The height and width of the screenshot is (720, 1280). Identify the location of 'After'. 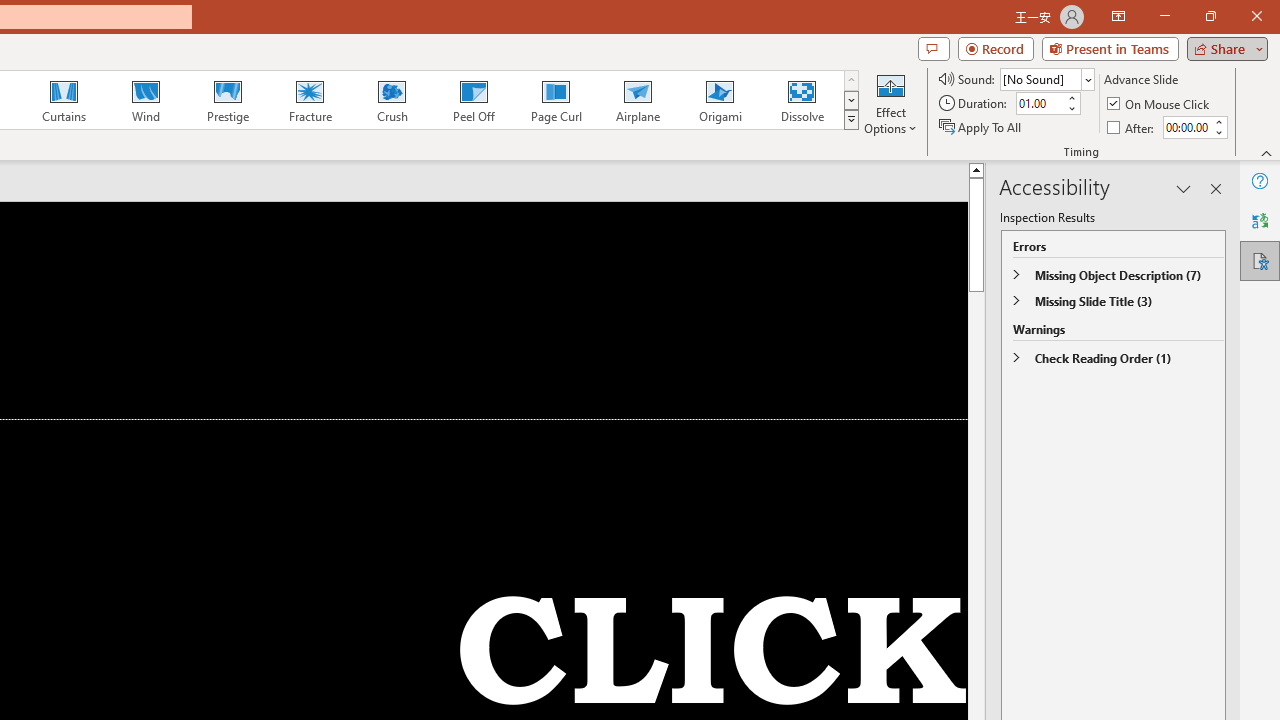
(1132, 127).